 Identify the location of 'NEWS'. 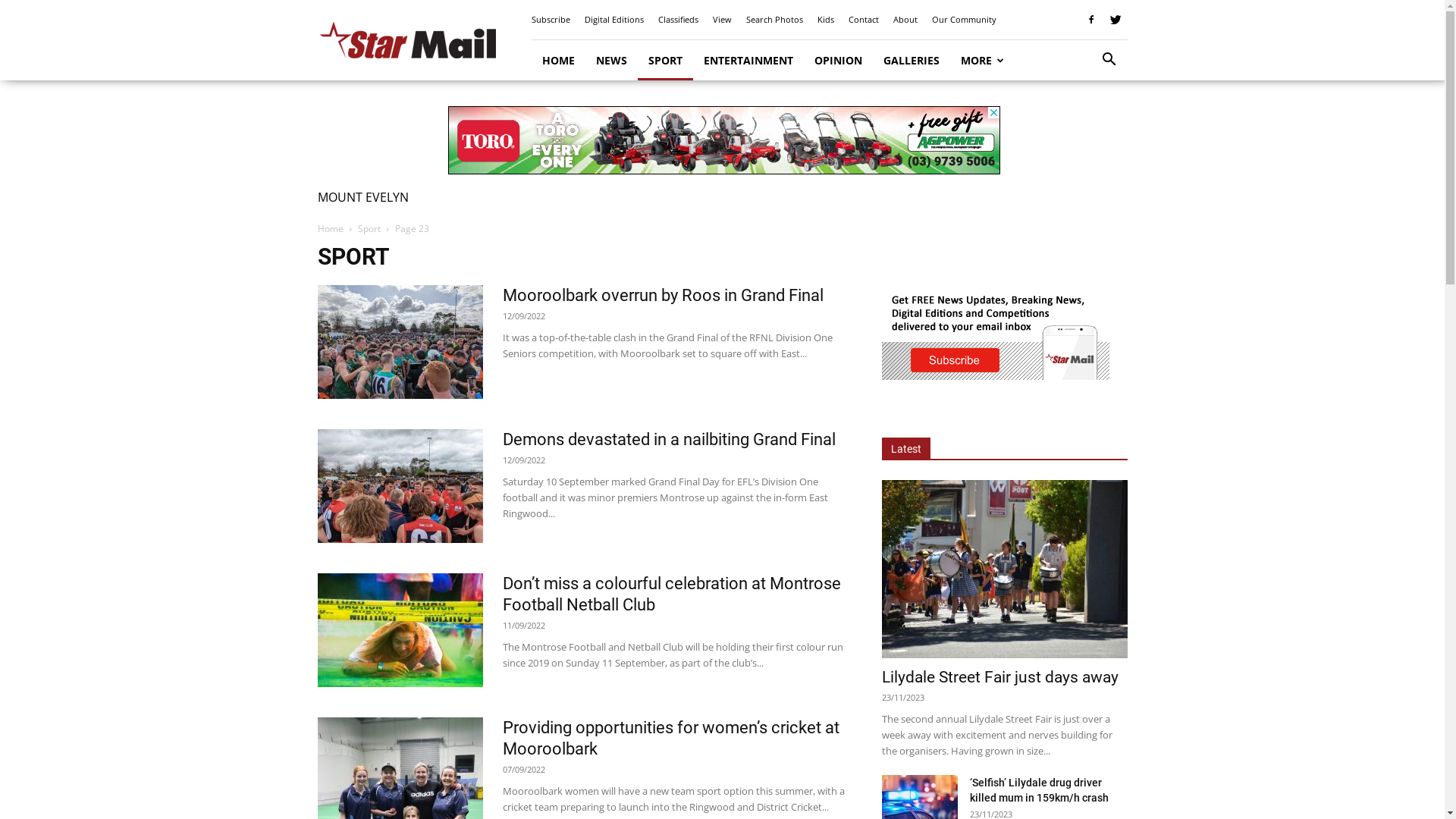
(611, 59).